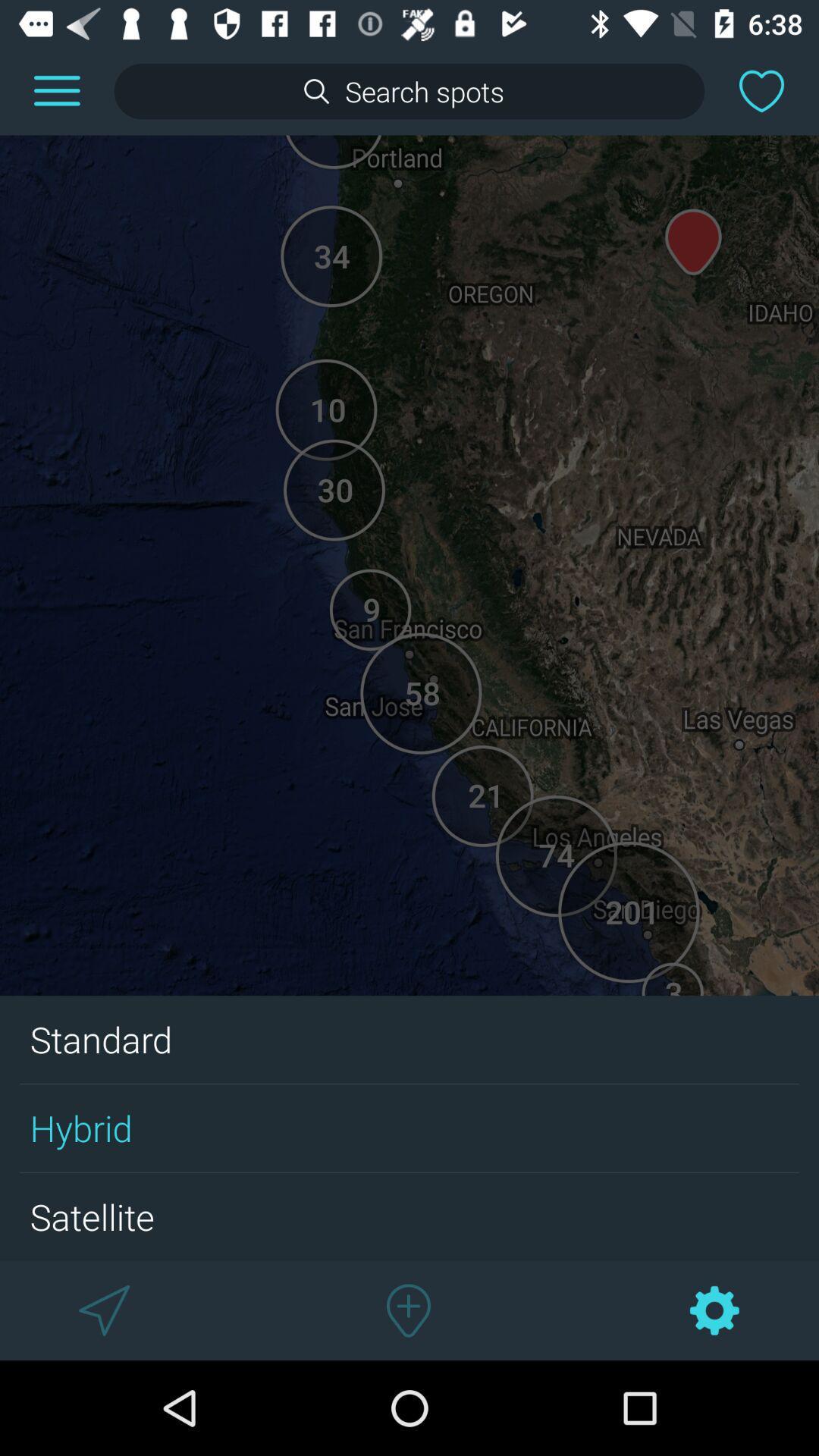 This screenshot has height=1456, width=819. Describe the element at coordinates (761, 90) in the screenshot. I see `the favorite icon` at that location.